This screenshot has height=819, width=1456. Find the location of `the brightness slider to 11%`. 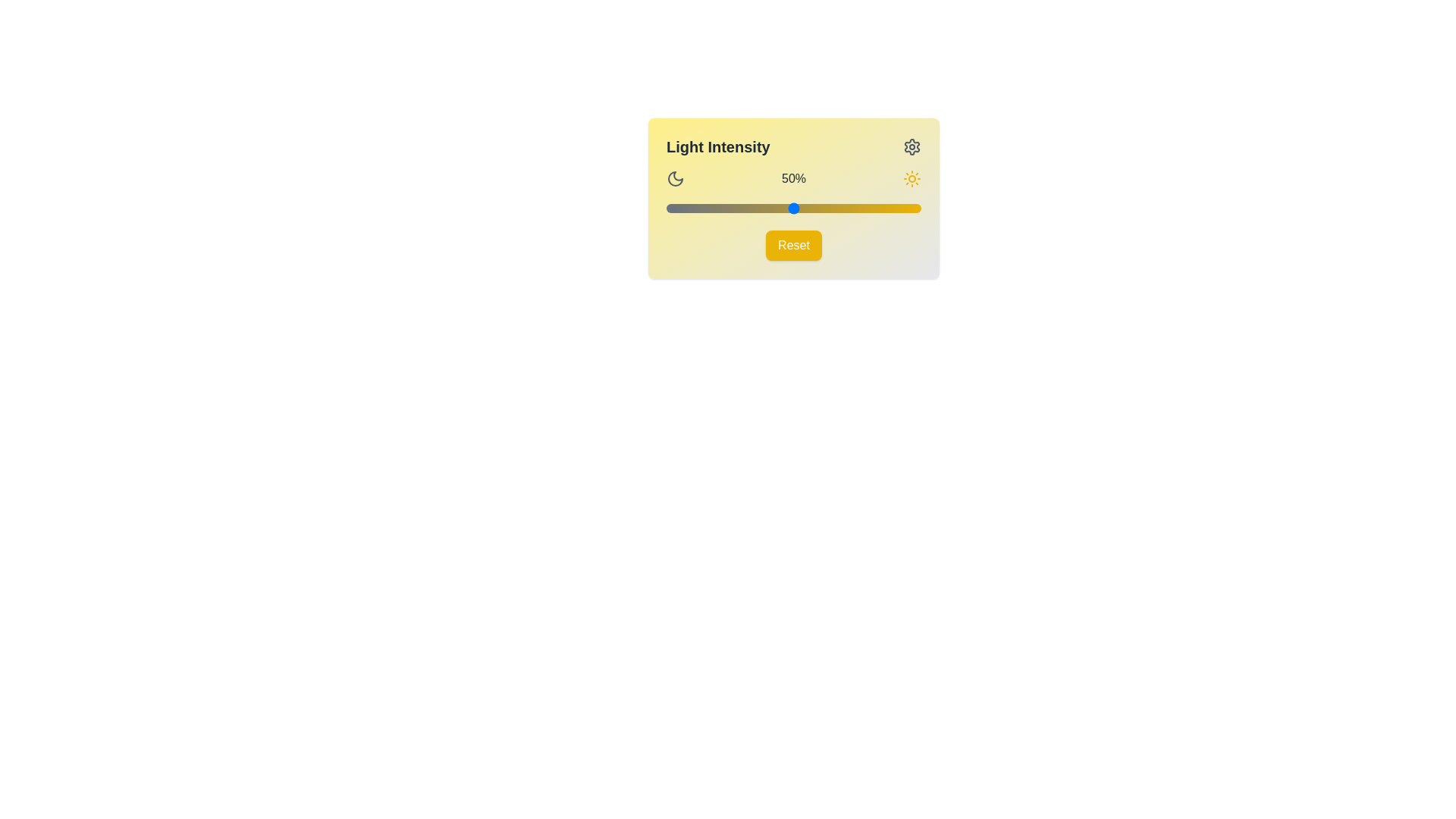

the brightness slider to 11% is located at coordinates (694, 208).